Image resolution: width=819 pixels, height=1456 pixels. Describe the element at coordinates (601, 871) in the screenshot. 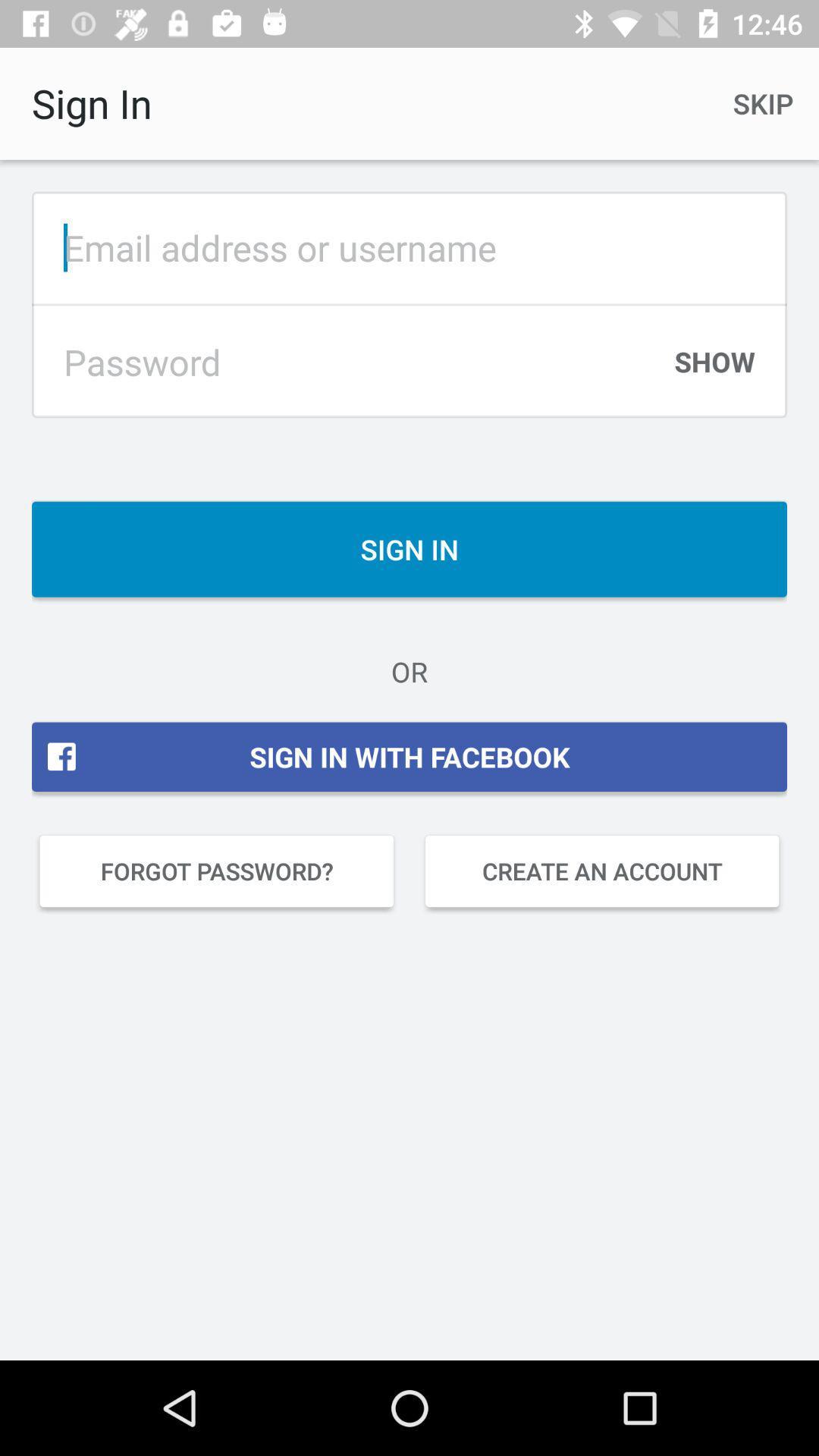

I see `icon to the right of the forgot password? icon` at that location.